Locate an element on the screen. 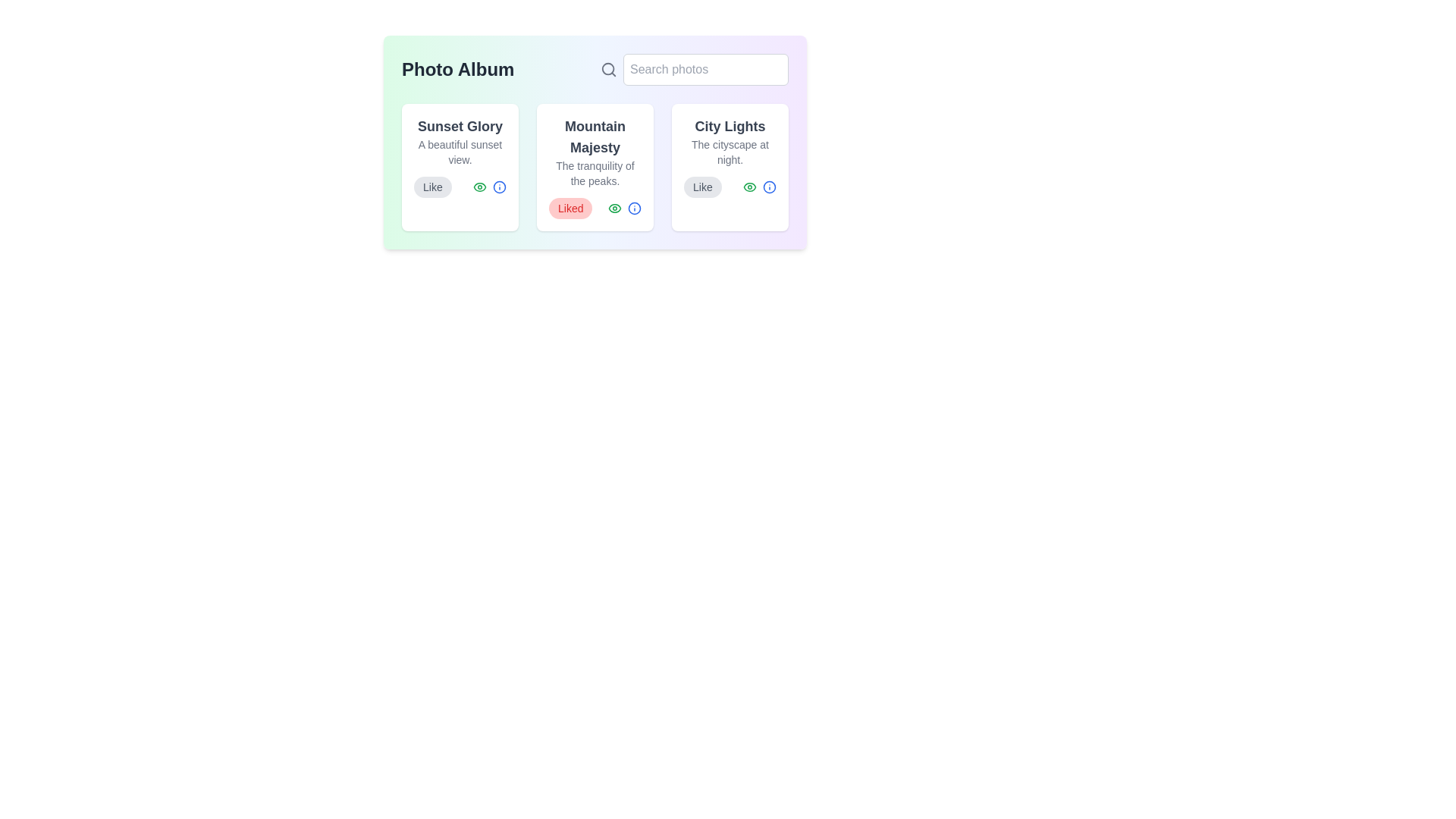 Image resolution: width=1456 pixels, height=819 pixels. the information icon of the photo titled City Lights is located at coordinates (769, 186).